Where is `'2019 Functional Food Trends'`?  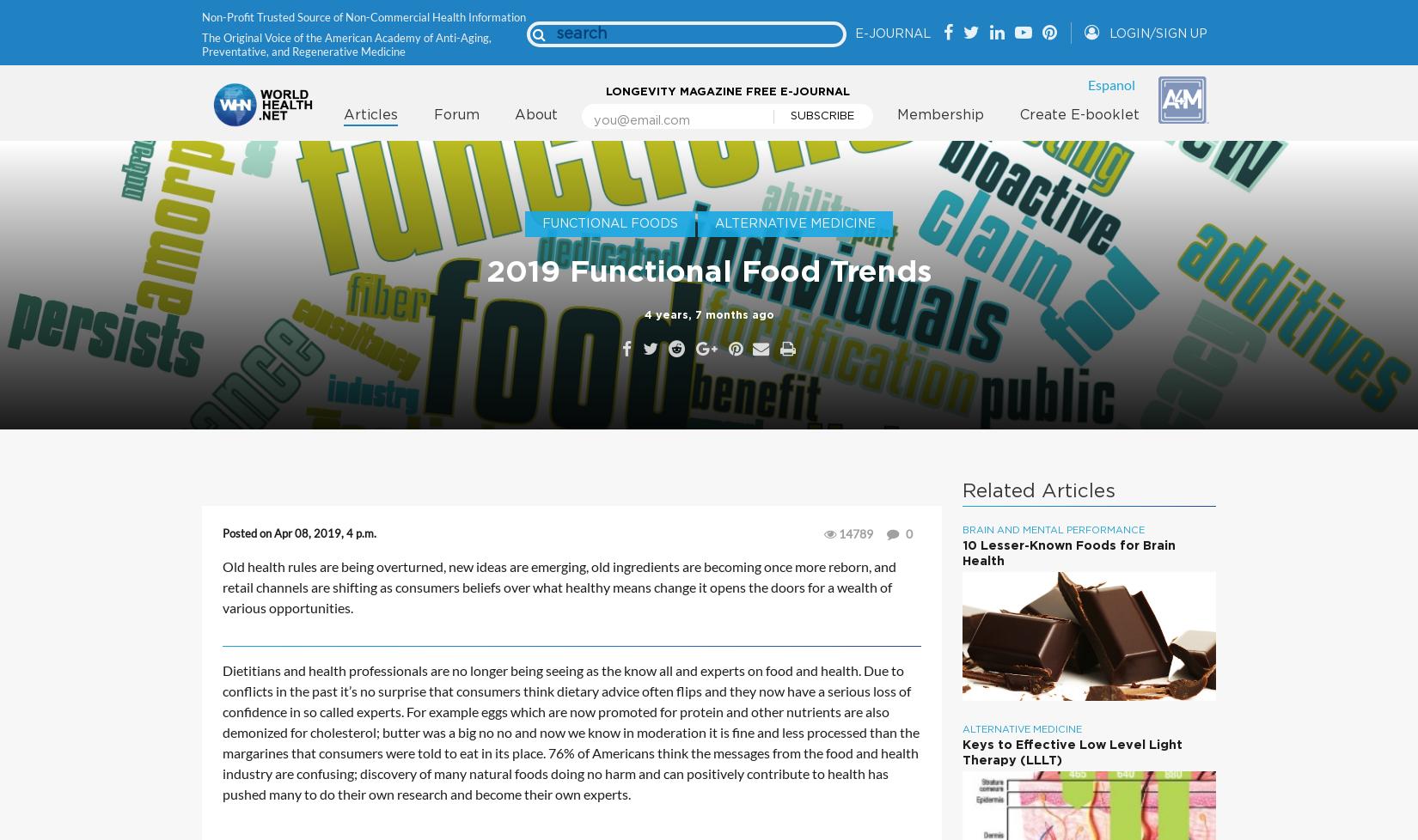 '2019 Functional Food Trends' is located at coordinates (709, 271).